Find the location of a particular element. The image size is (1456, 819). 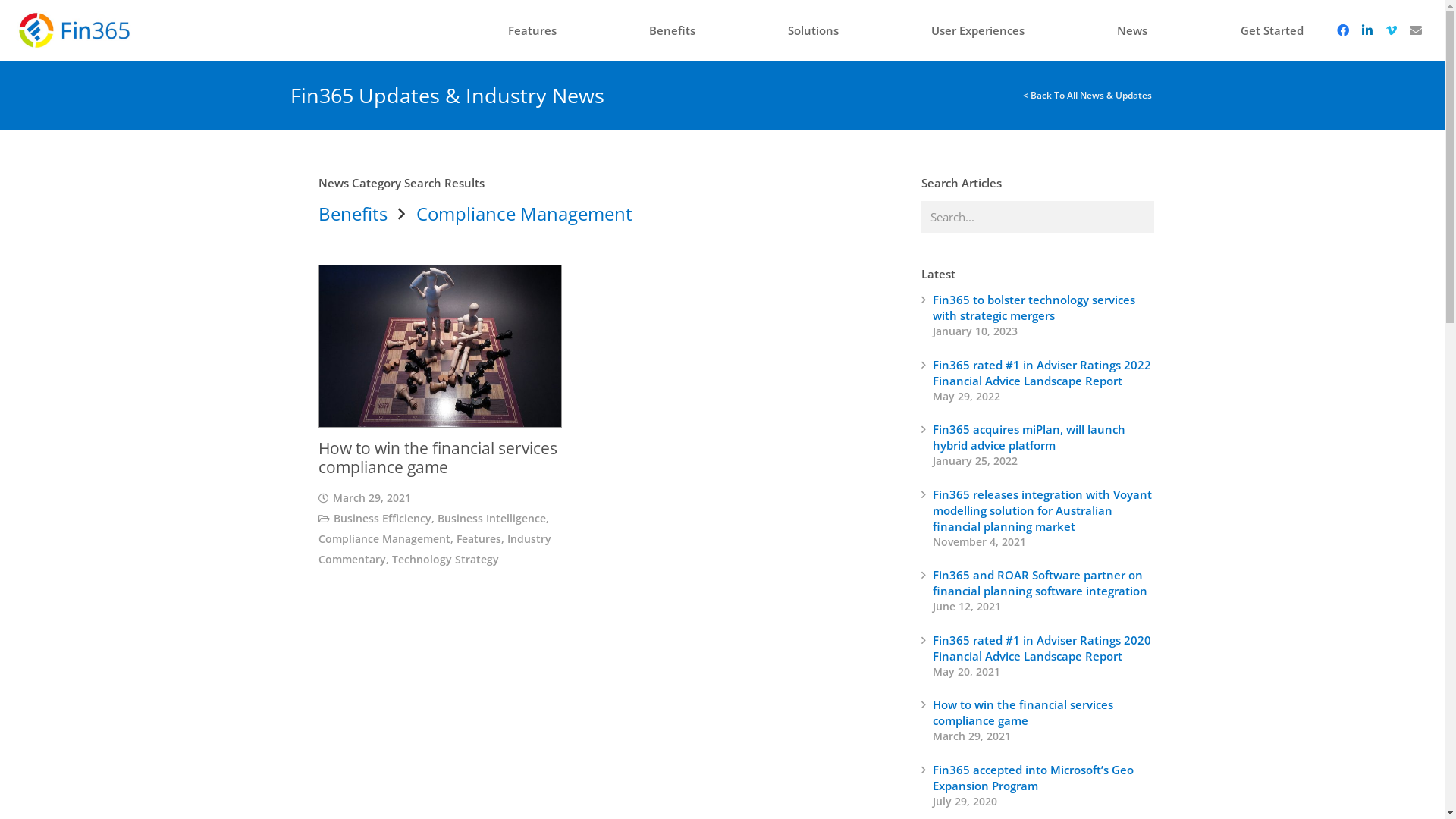

'Features' is located at coordinates (478, 538).